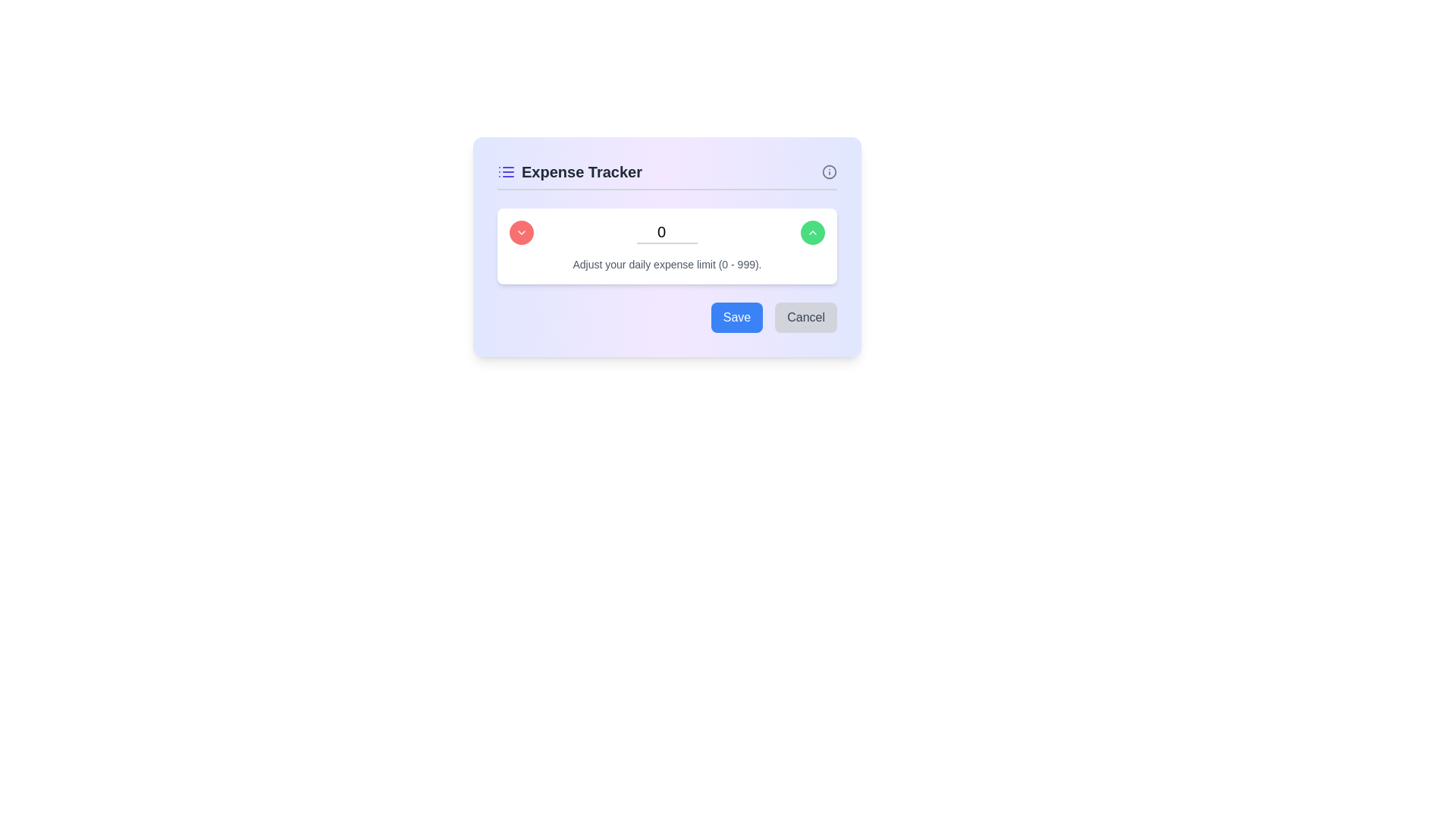 The width and height of the screenshot is (1456, 819). What do you see at coordinates (829, 171) in the screenshot?
I see `the Circle icon component located in the top-right corner of the card, which is part of a graphical interface element` at bounding box center [829, 171].